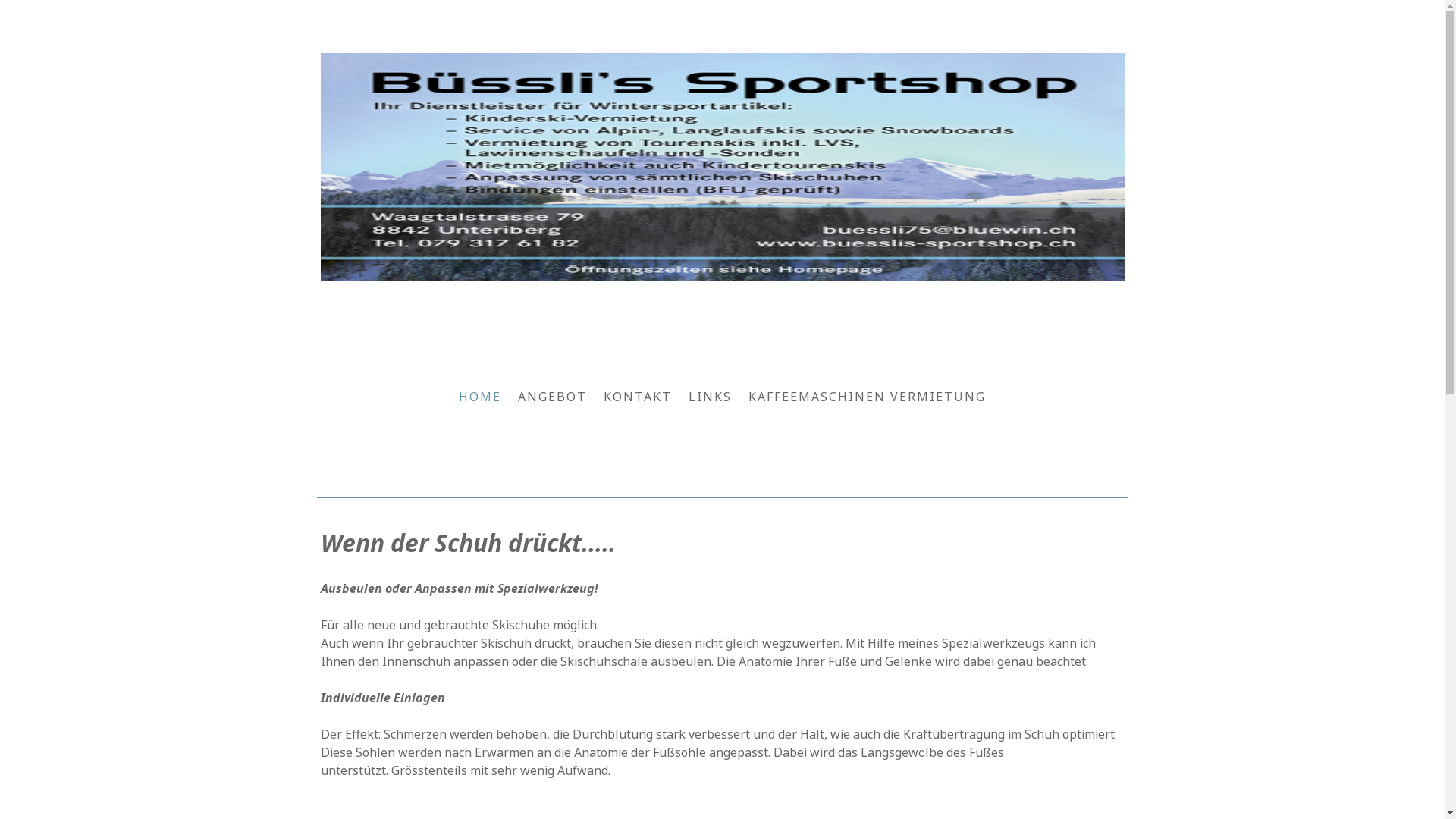 Image resolution: width=1456 pixels, height=819 pixels. Describe the element at coordinates (510, 396) in the screenshot. I see `'ANGEBOT'` at that location.